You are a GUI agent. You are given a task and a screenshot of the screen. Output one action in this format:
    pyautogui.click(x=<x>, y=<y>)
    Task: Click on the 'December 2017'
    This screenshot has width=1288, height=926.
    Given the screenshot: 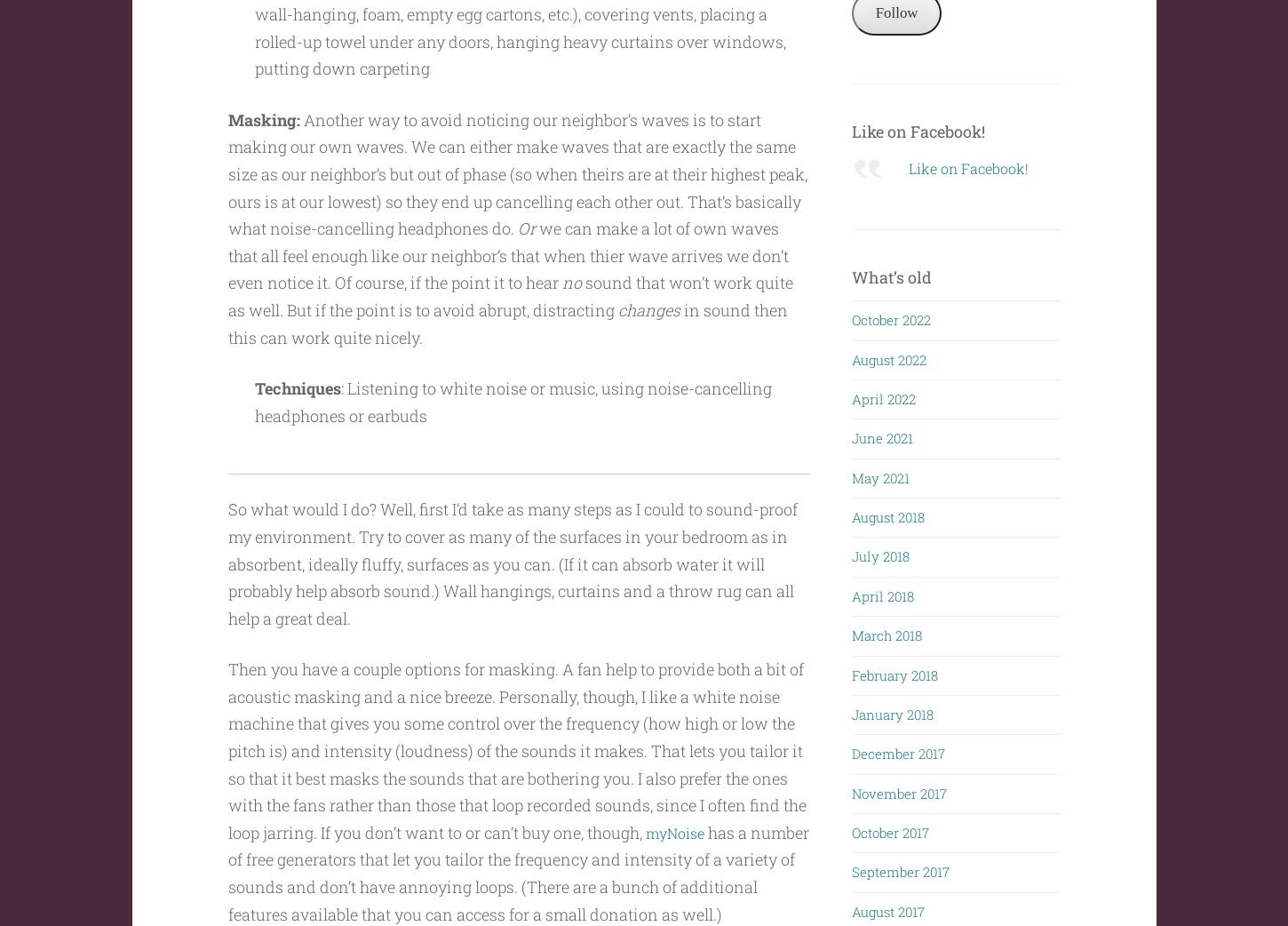 What is the action you would take?
    pyautogui.click(x=898, y=750)
    